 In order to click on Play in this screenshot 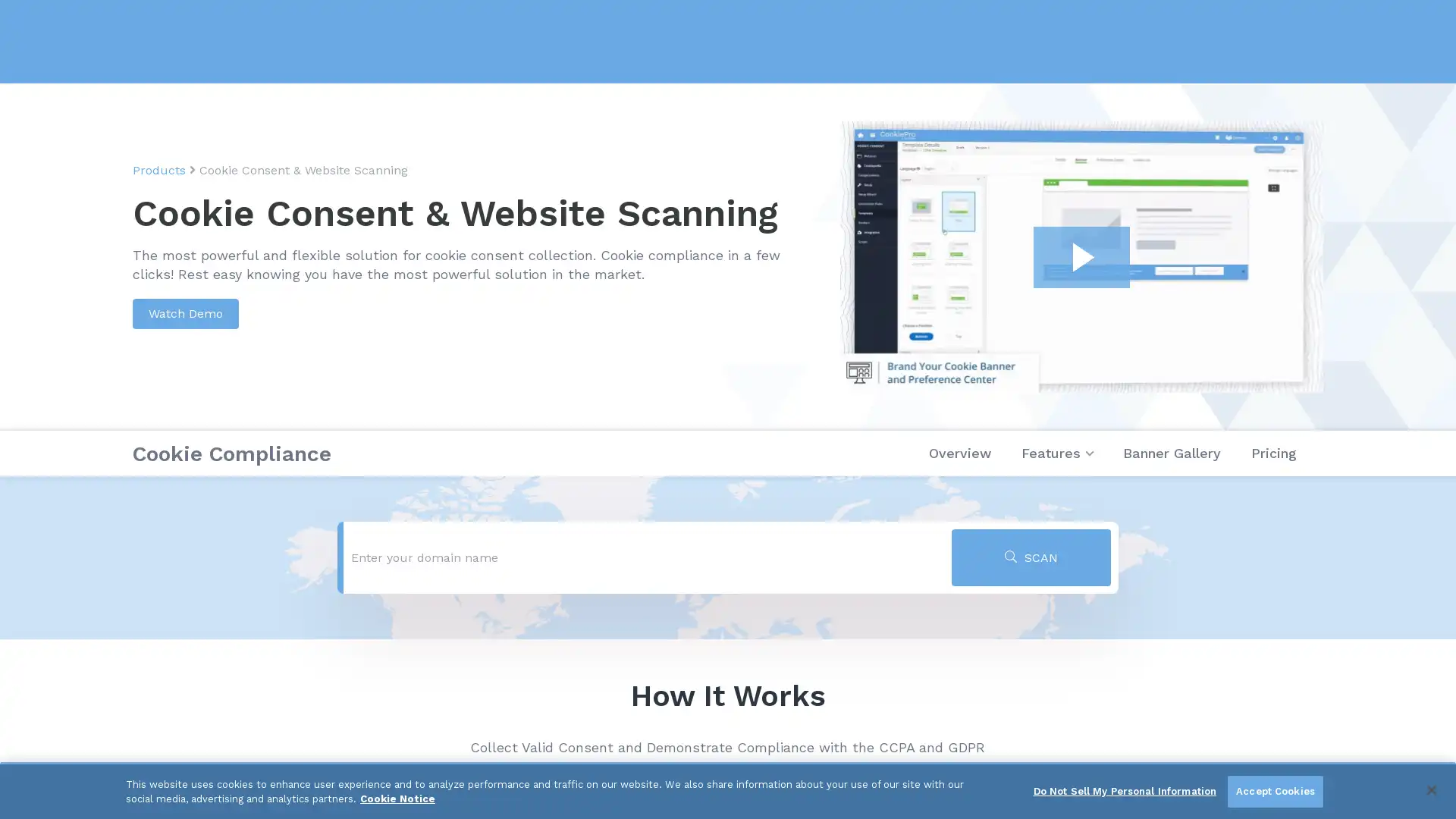, I will do `click(1081, 256)`.